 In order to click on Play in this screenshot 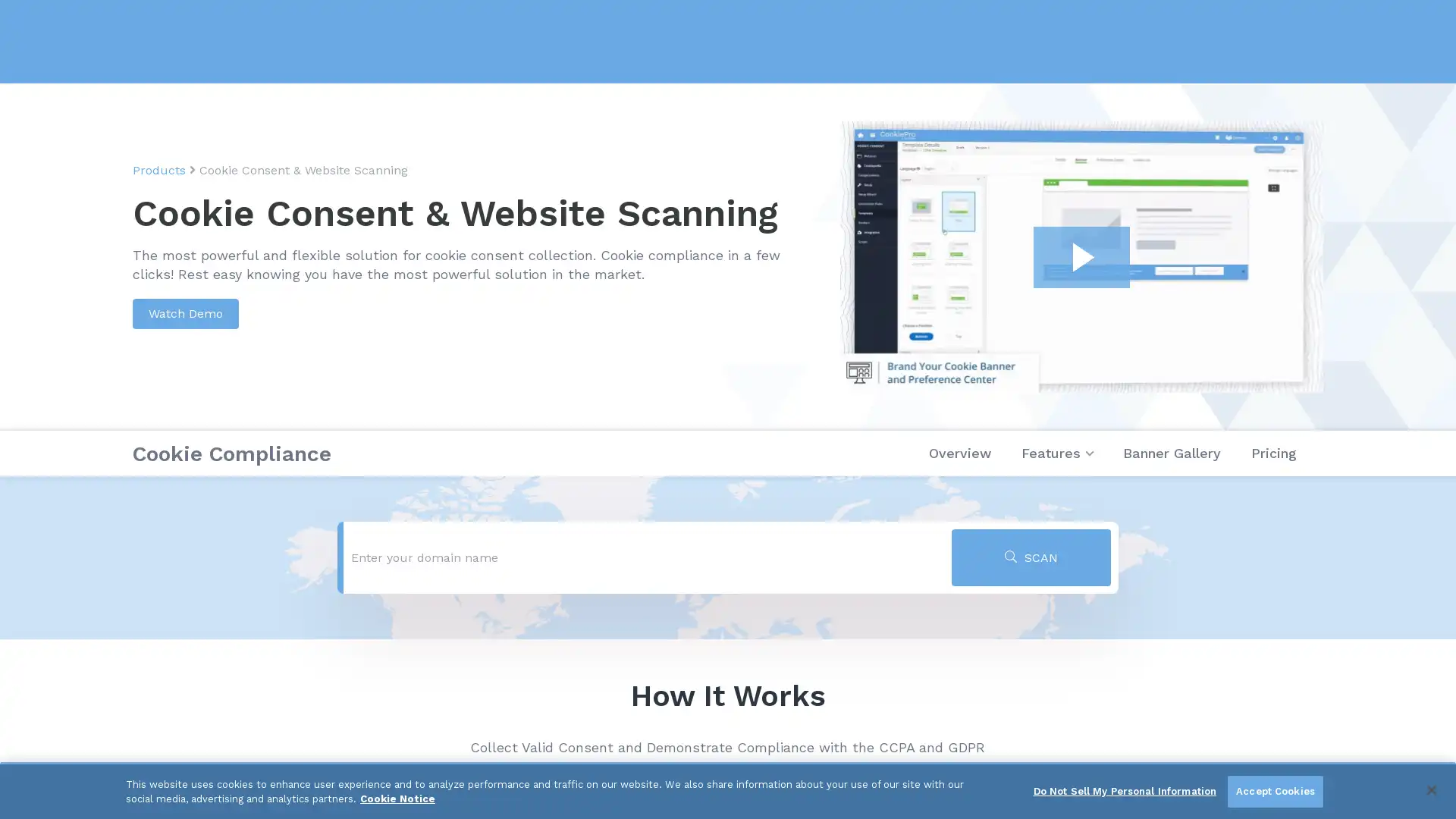, I will do `click(1081, 256)`.